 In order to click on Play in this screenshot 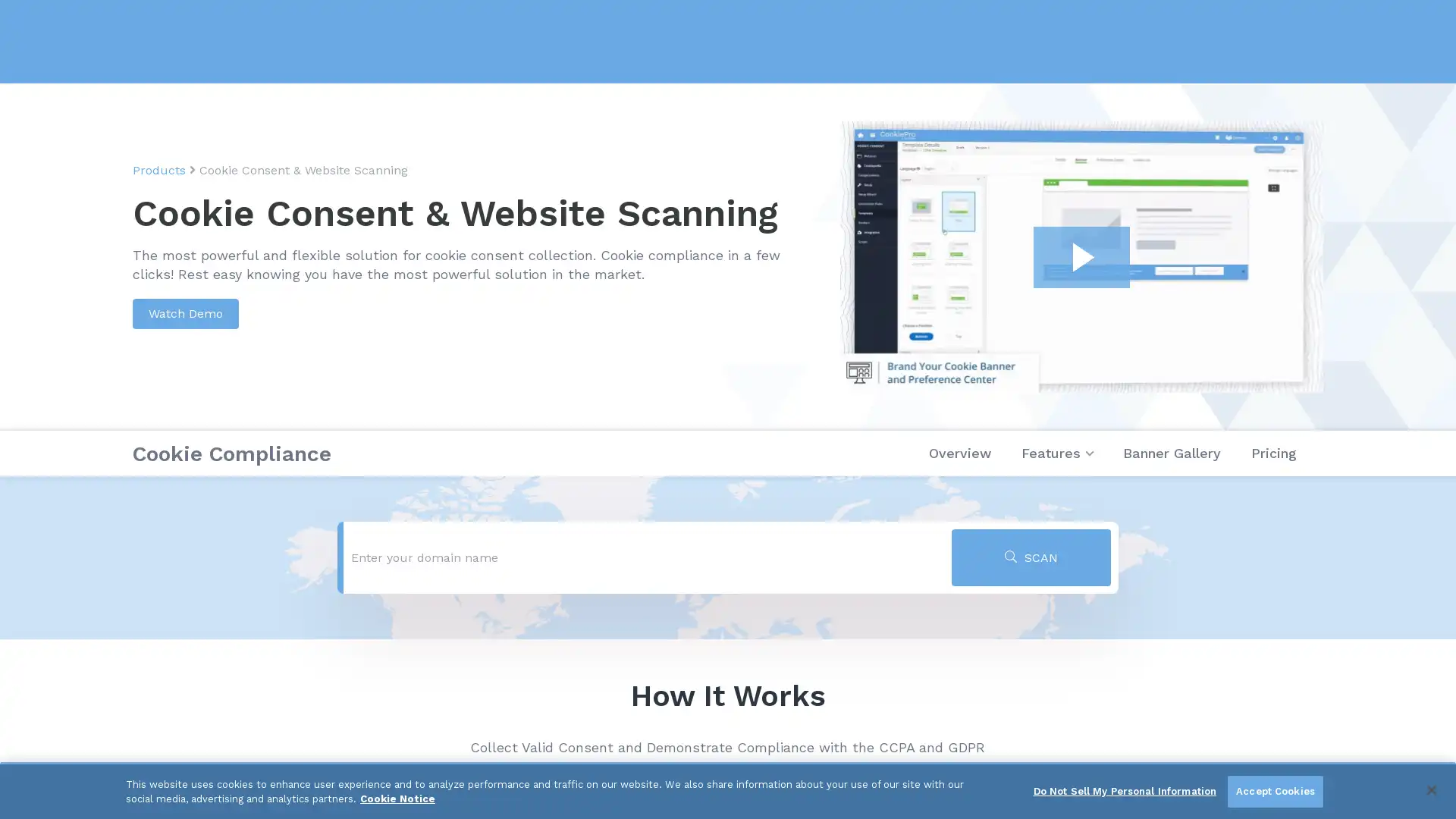, I will do `click(1081, 256)`.